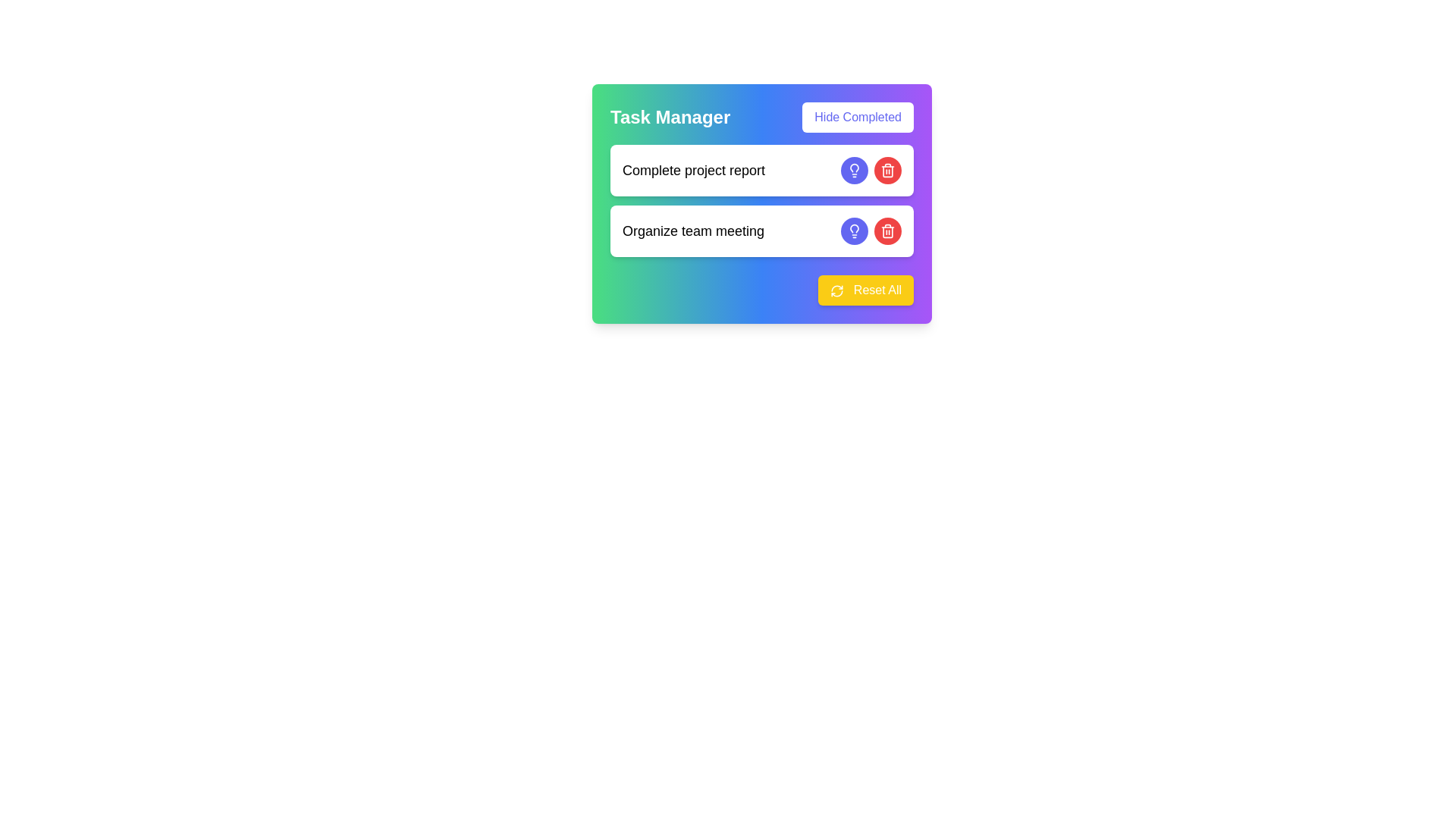 Image resolution: width=1456 pixels, height=819 pixels. What do you see at coordinates (888, 231) in the screenshot?
I see `the delete icon button located as the second button in the action row of the first task item` at bounding box center [888, 231].